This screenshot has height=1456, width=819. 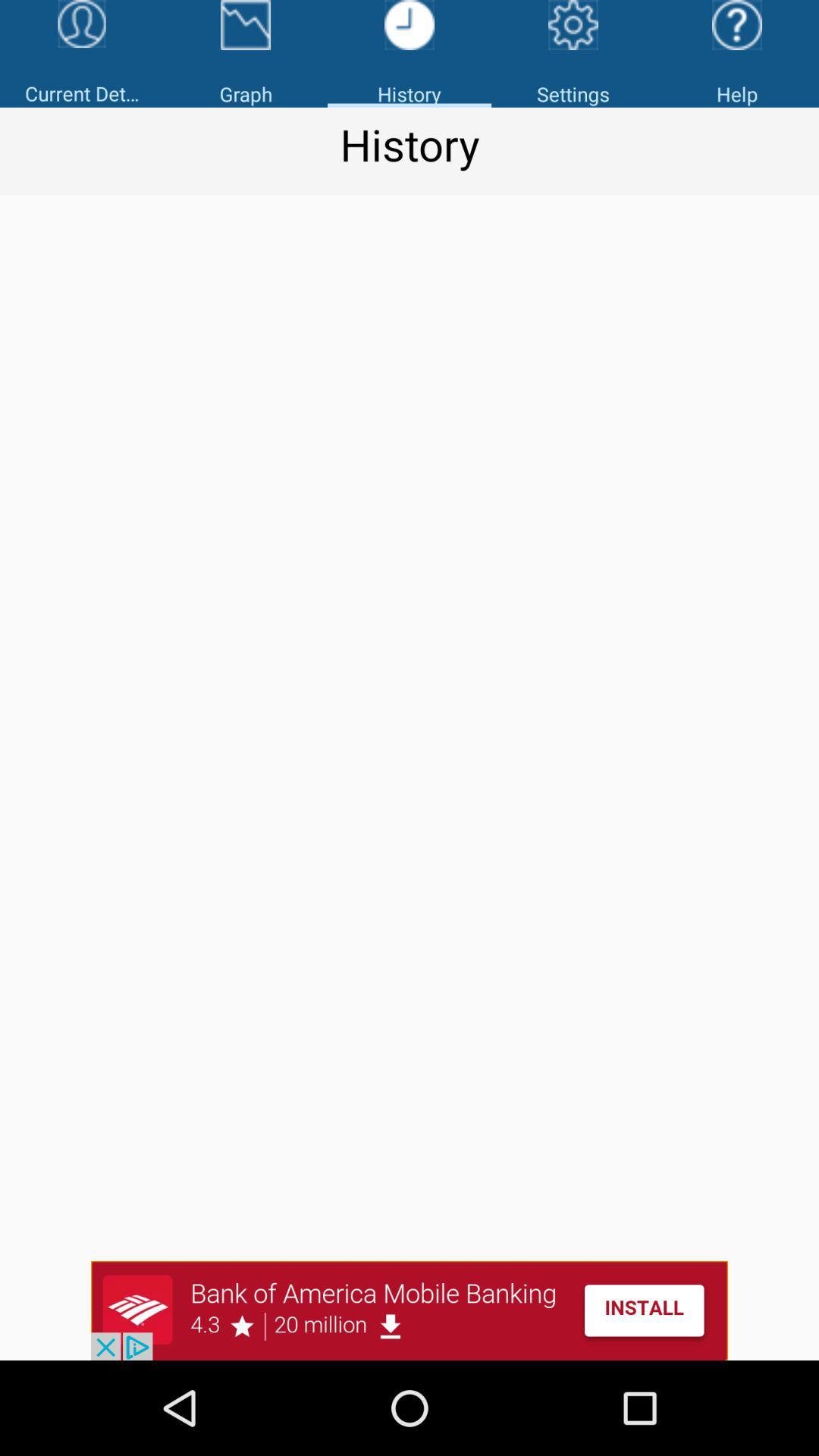 What do you see at coordinates (409, 1310) in the screenshot?
I see `advertisement page` at bounding box center [409, 1310].